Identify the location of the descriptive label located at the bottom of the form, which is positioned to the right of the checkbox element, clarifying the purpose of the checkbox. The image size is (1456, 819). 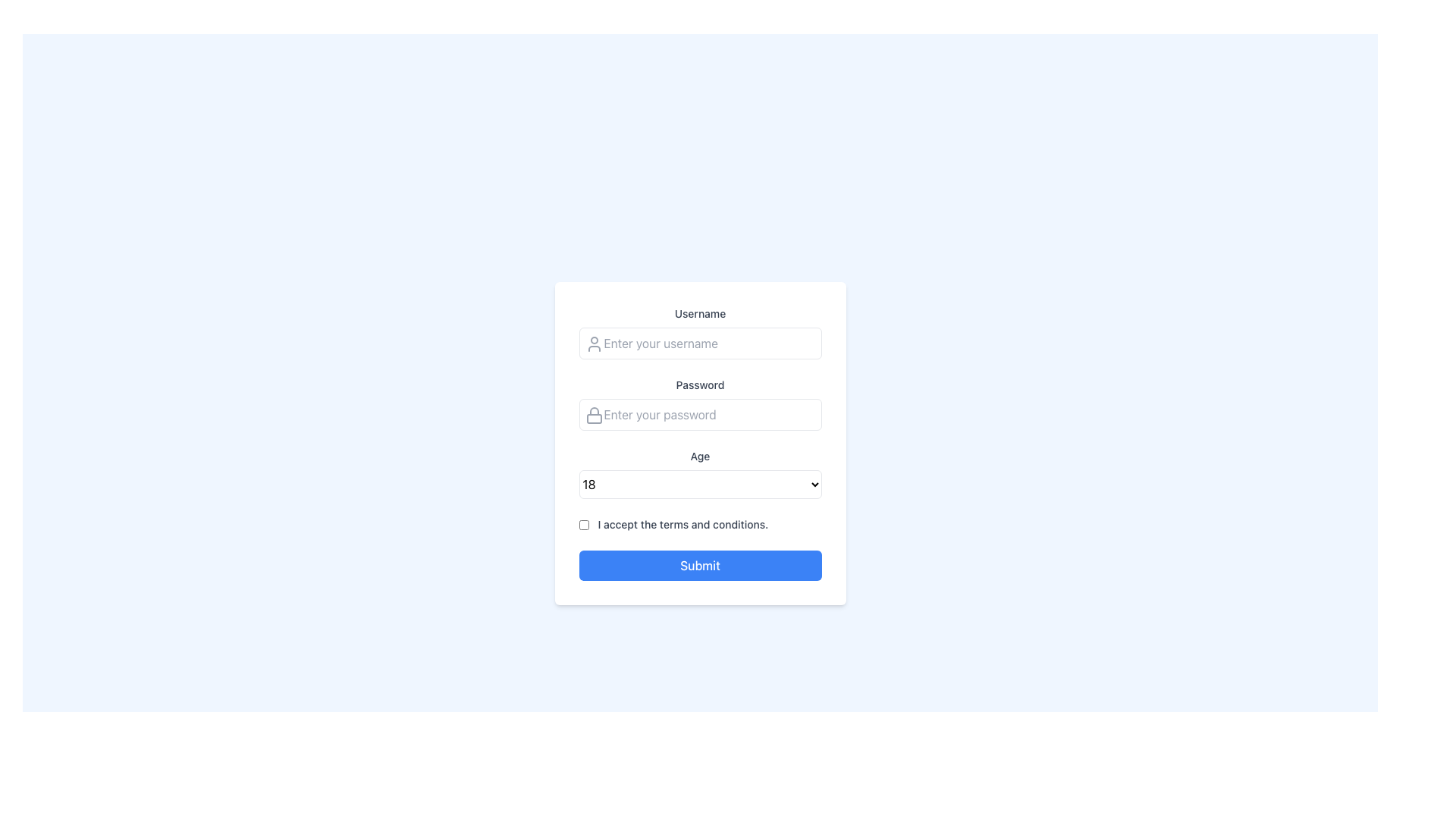
(682, 523).